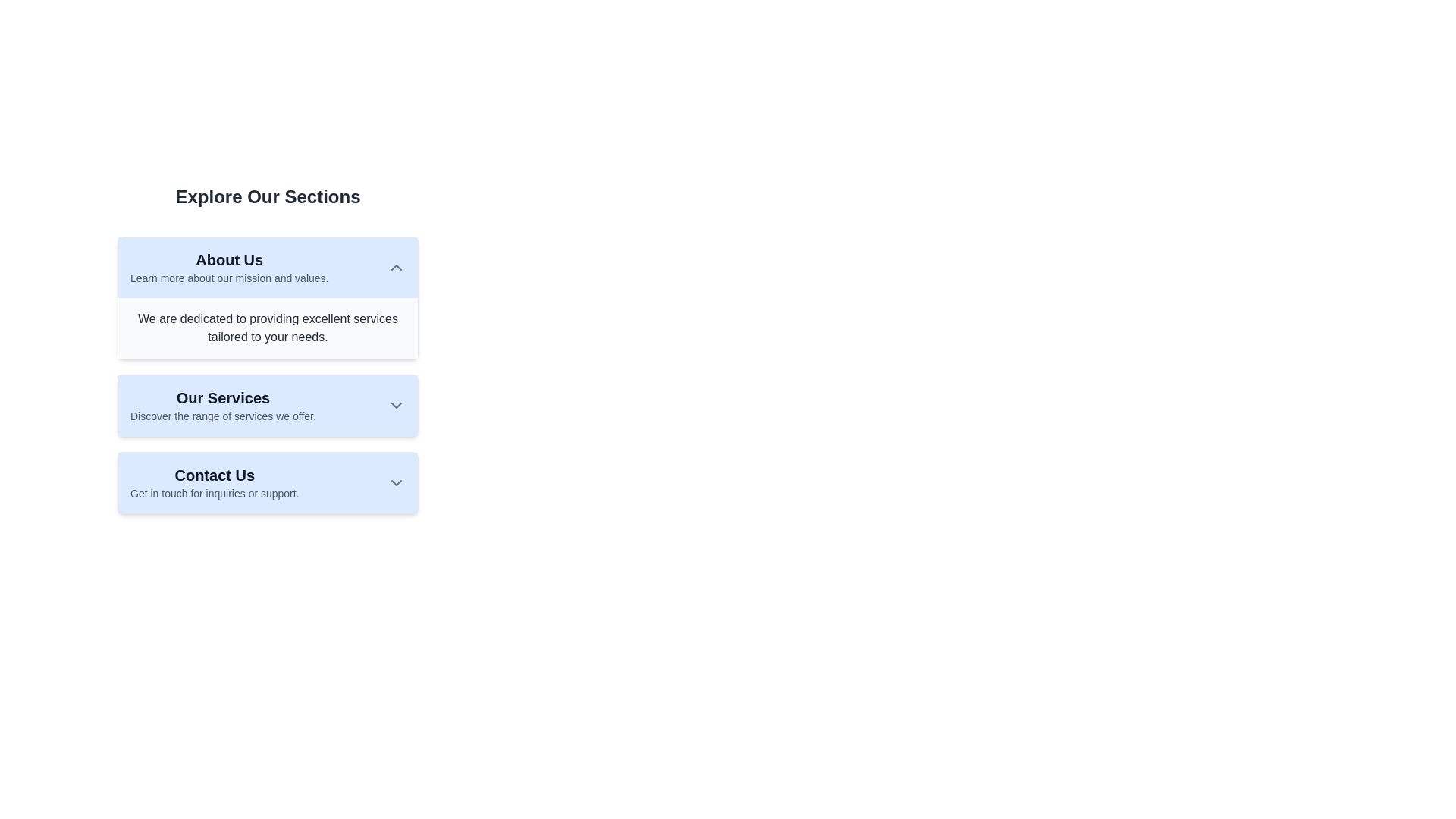  Describe the element at coordinates (268, 405) in the screenshot. I see `the Expandable section header located between 'About Us' and 'Contact Us' in the vertical list` at that location.